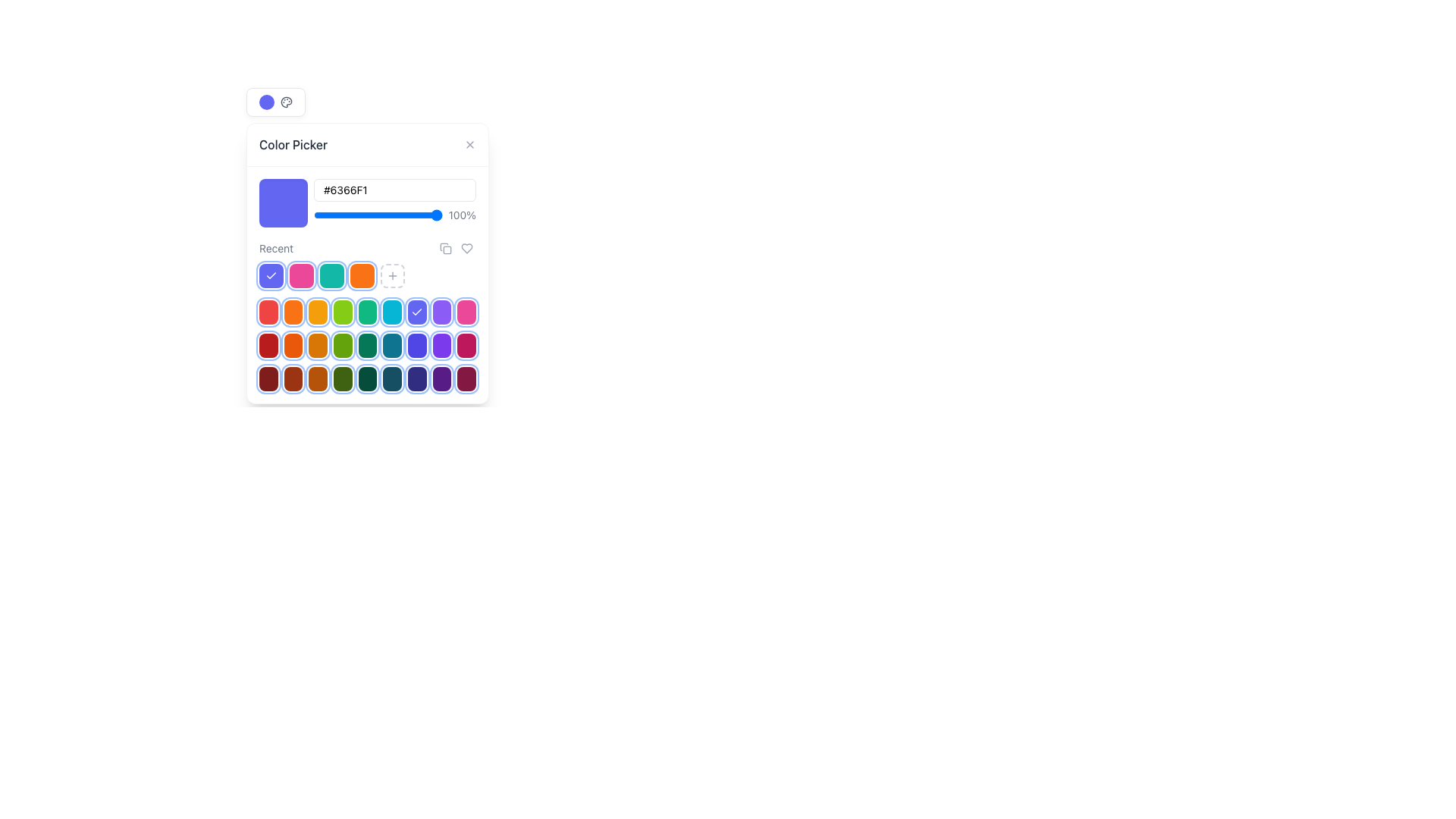 Image resolution: width=1456 pixels, height=819 pixels. What do you see at coordinates (268, 312) in the screenshot?
I see `on the first color selection button representing the red color (#EF4444) in the color picker tool` at bounding box center [268, 312].